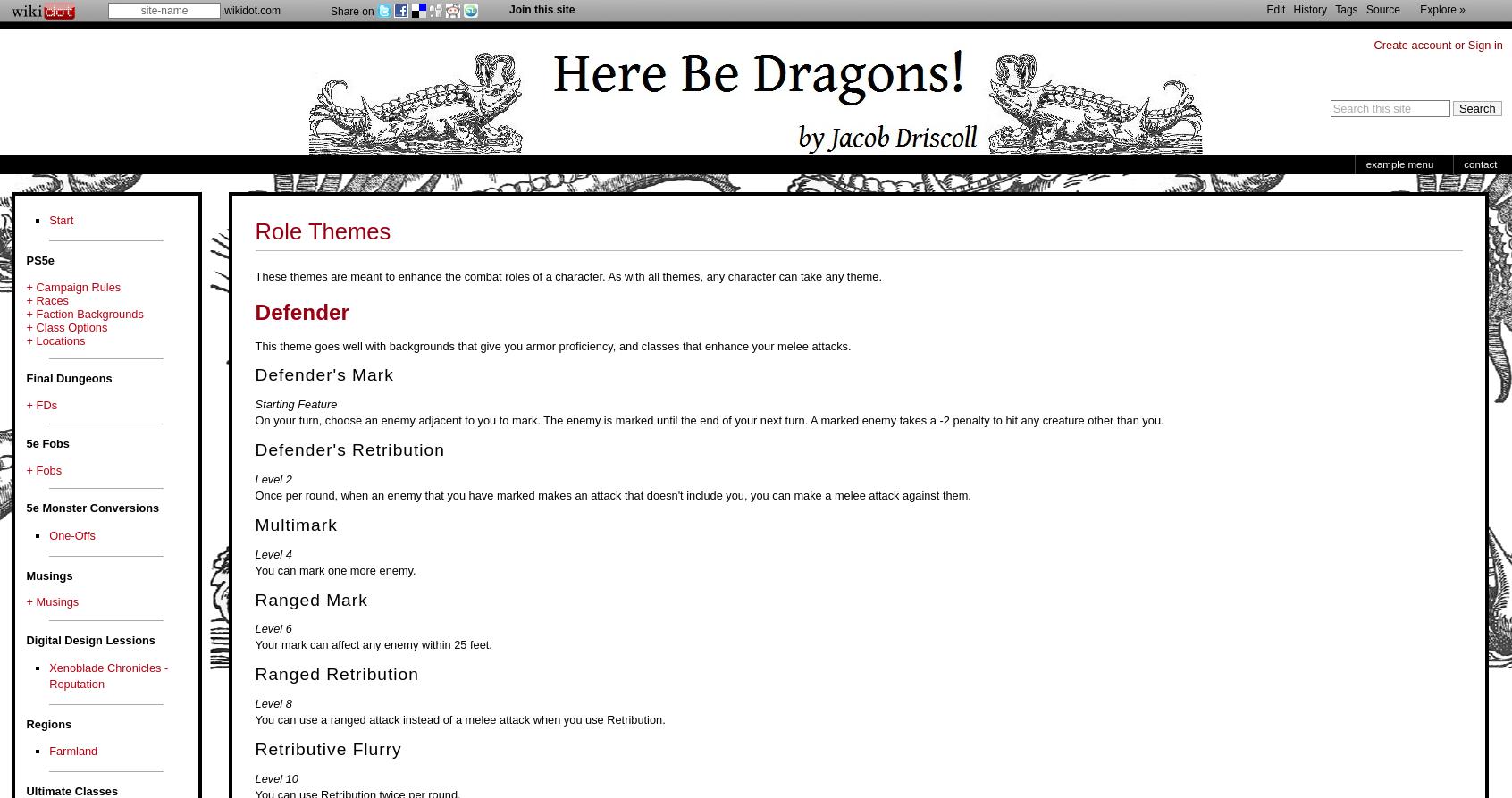  I want to click on 'Create account', so click(1411, 45).